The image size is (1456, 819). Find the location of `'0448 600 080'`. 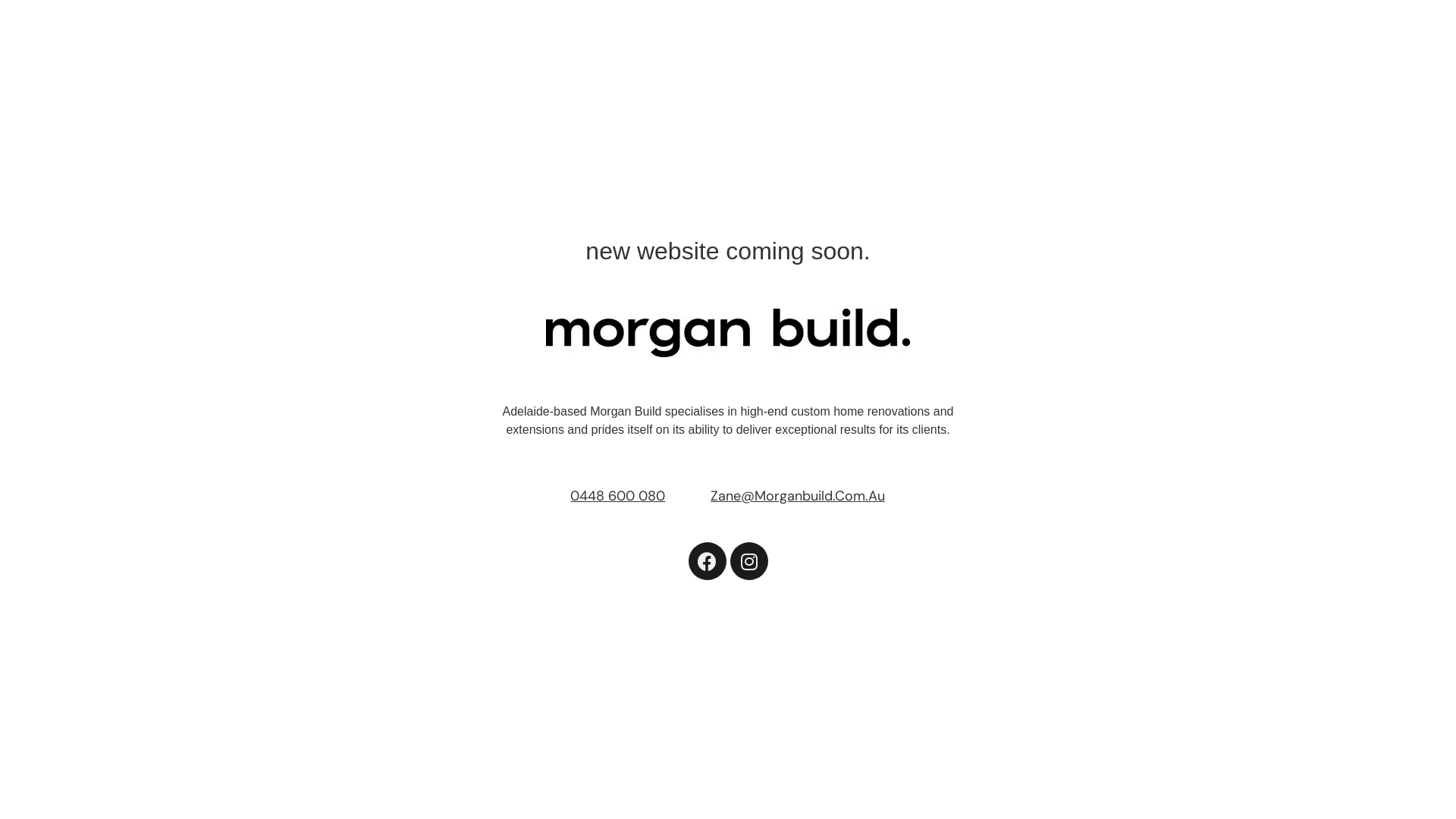

'0448 600 080' is located at coordinates (617, 496).